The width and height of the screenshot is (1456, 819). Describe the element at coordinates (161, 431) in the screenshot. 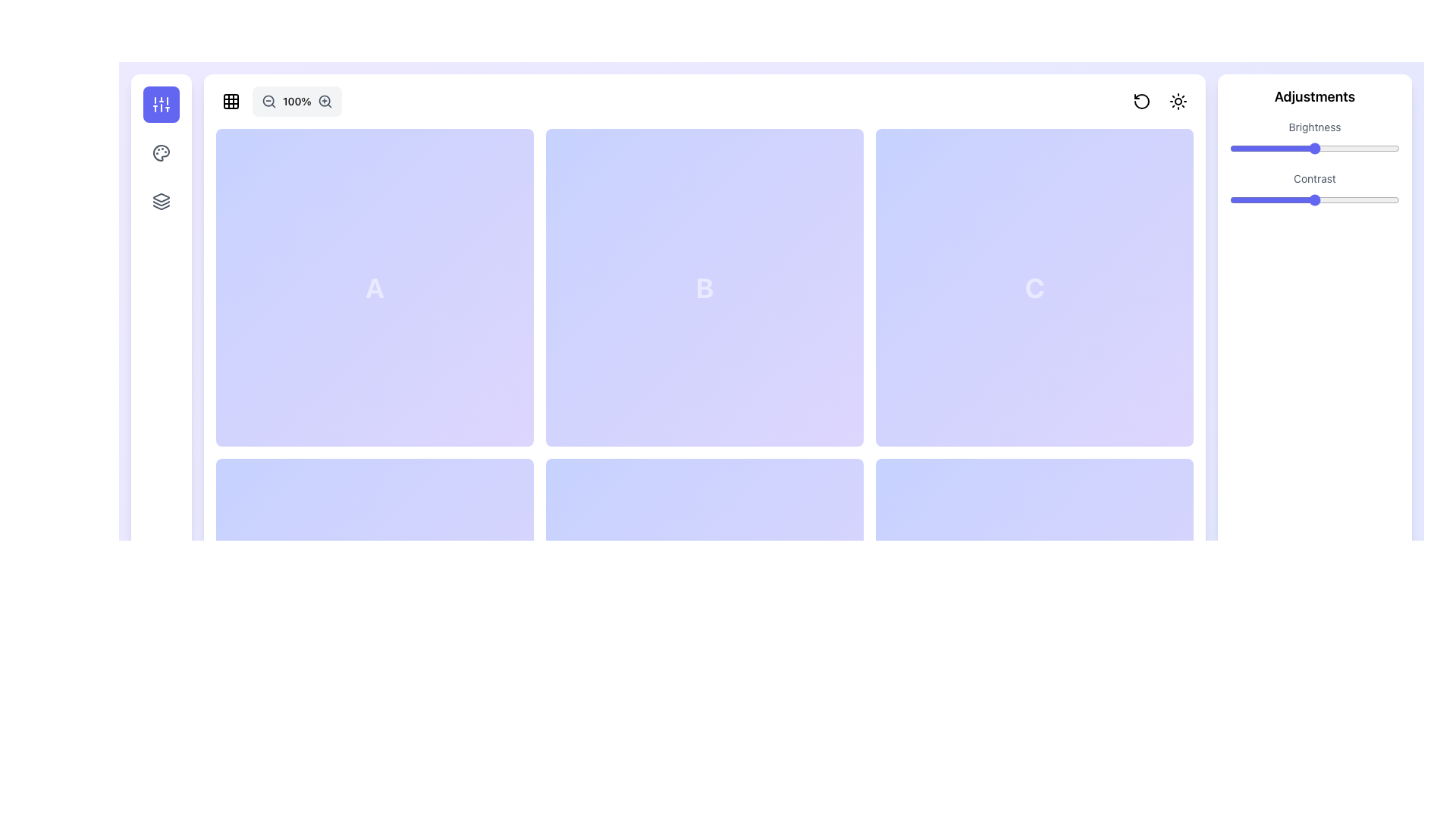

I see `the individual buttons within the vertical toolbar or navigation panel located at the leftmost side of the interface` at that location.